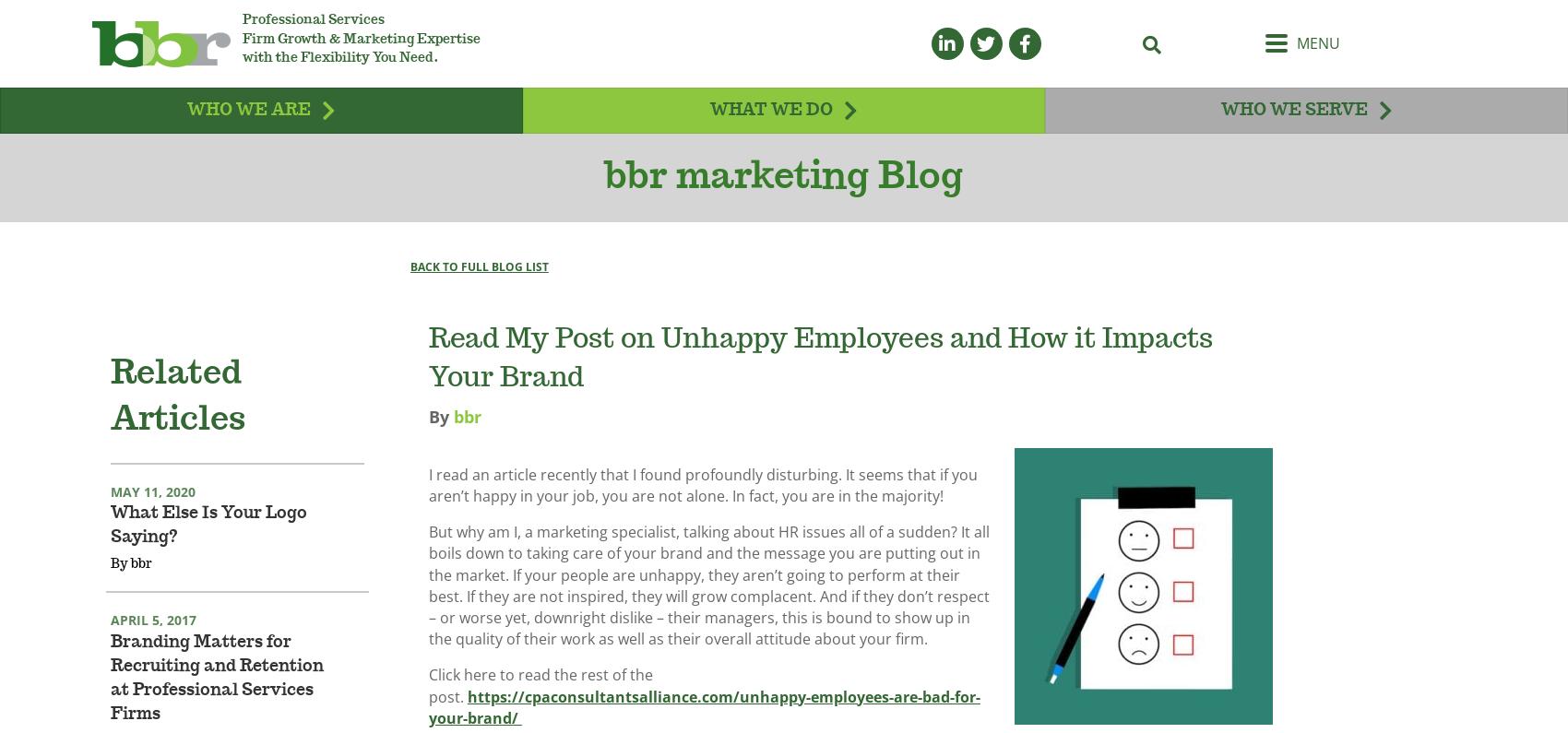 The width and height of the screenshot is (1568, 733). Describe the element at coordinates (427, 510) in the screenshot. I see `'I read an article recently that I found profoundly disturbing. It seems that if you aren’t happy in your job, you are not alone. In fact, you are in the majority!'` at that location.